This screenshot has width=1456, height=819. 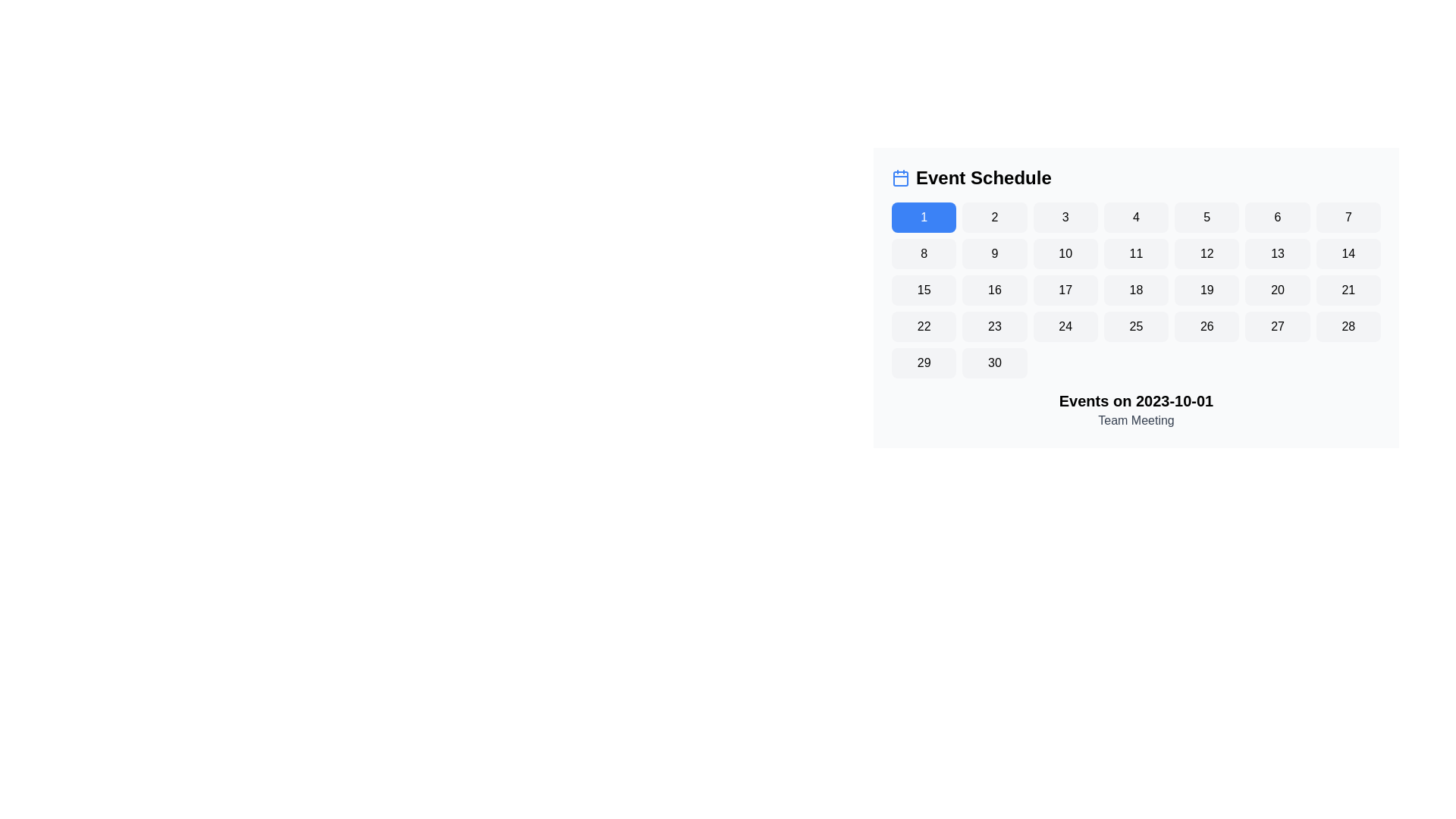 What do you see at coordinates (994, 290) in the screenshot?
I see `the button displaying the number '16' in a calendar grid layout` at bounding box center [994, 290].